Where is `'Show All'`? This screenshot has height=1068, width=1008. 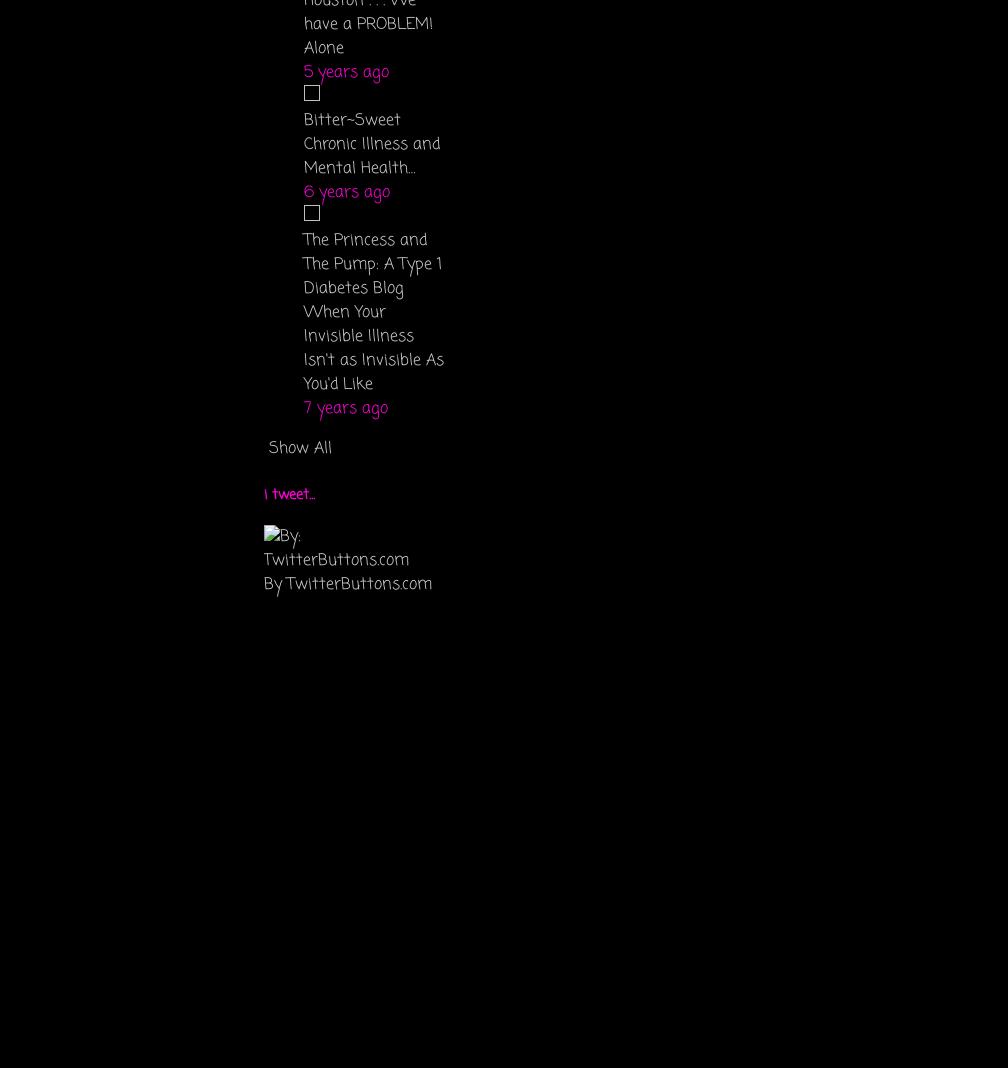
'Show All' is located at coordinates (300, 448).